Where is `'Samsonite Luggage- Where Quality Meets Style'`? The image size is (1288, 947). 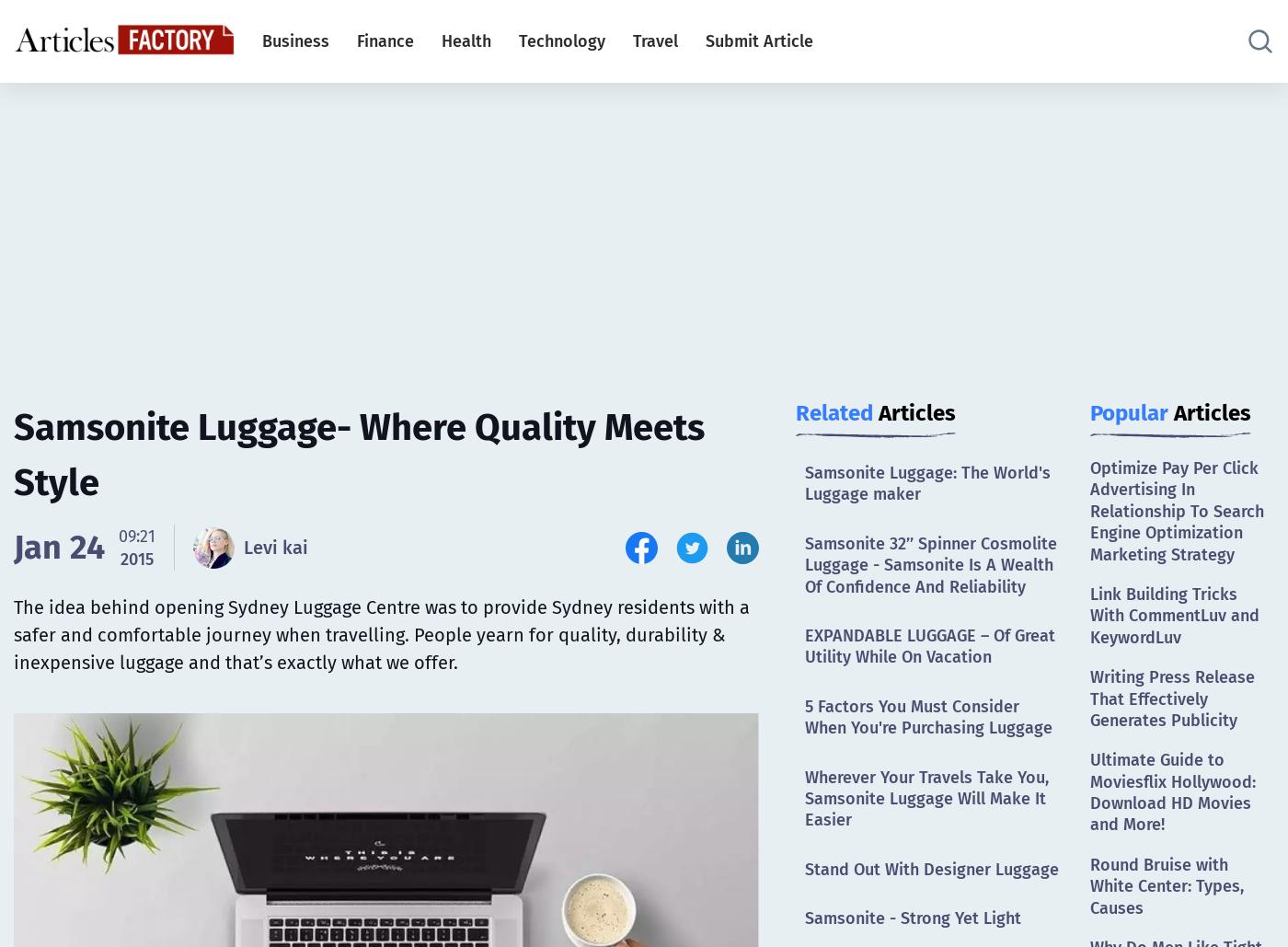
'Samsonite Luggage- Where Quality Meets Style' is located at coordinates (359, 455).